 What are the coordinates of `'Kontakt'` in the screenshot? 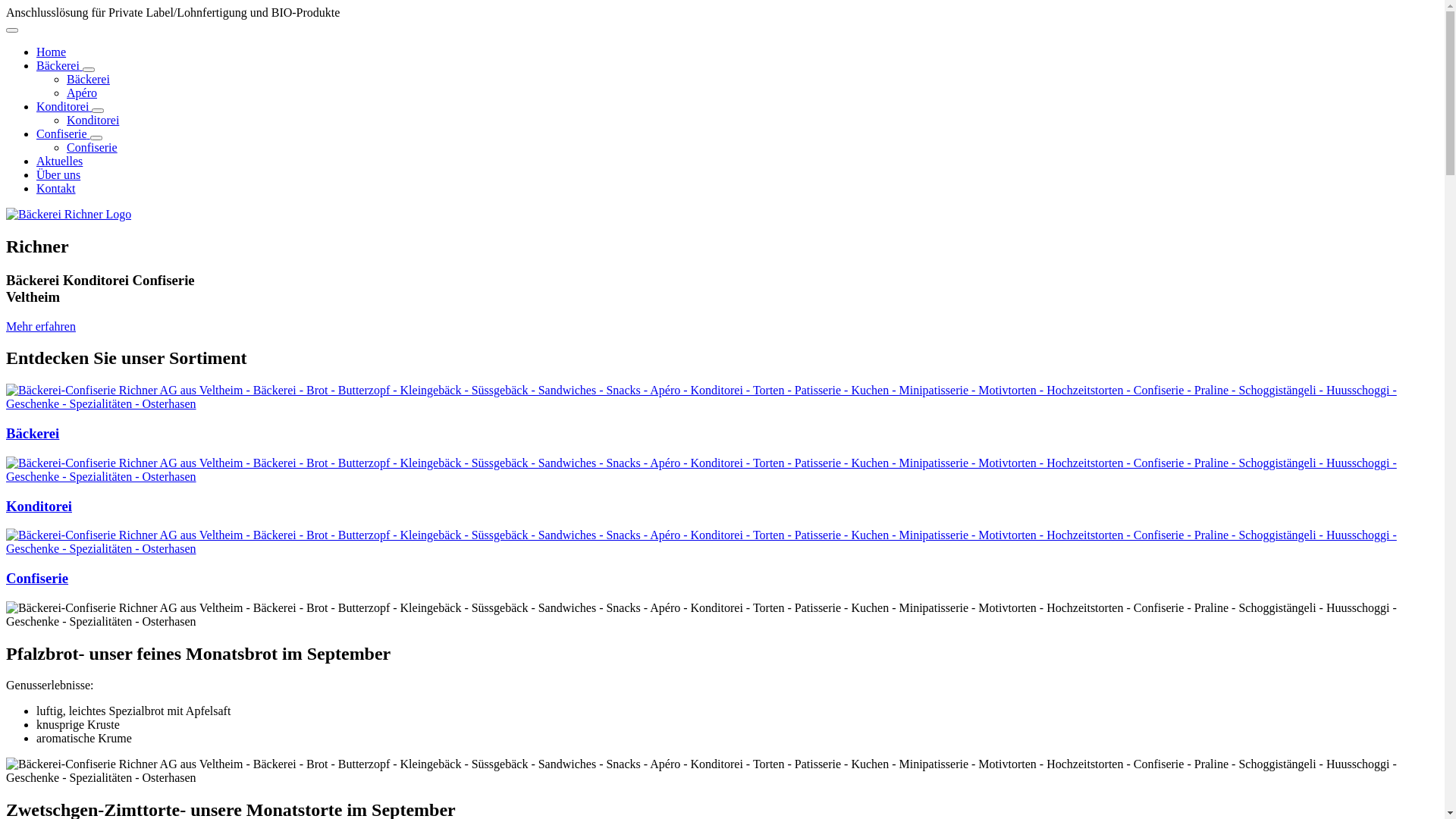 It's located at (36, 187).